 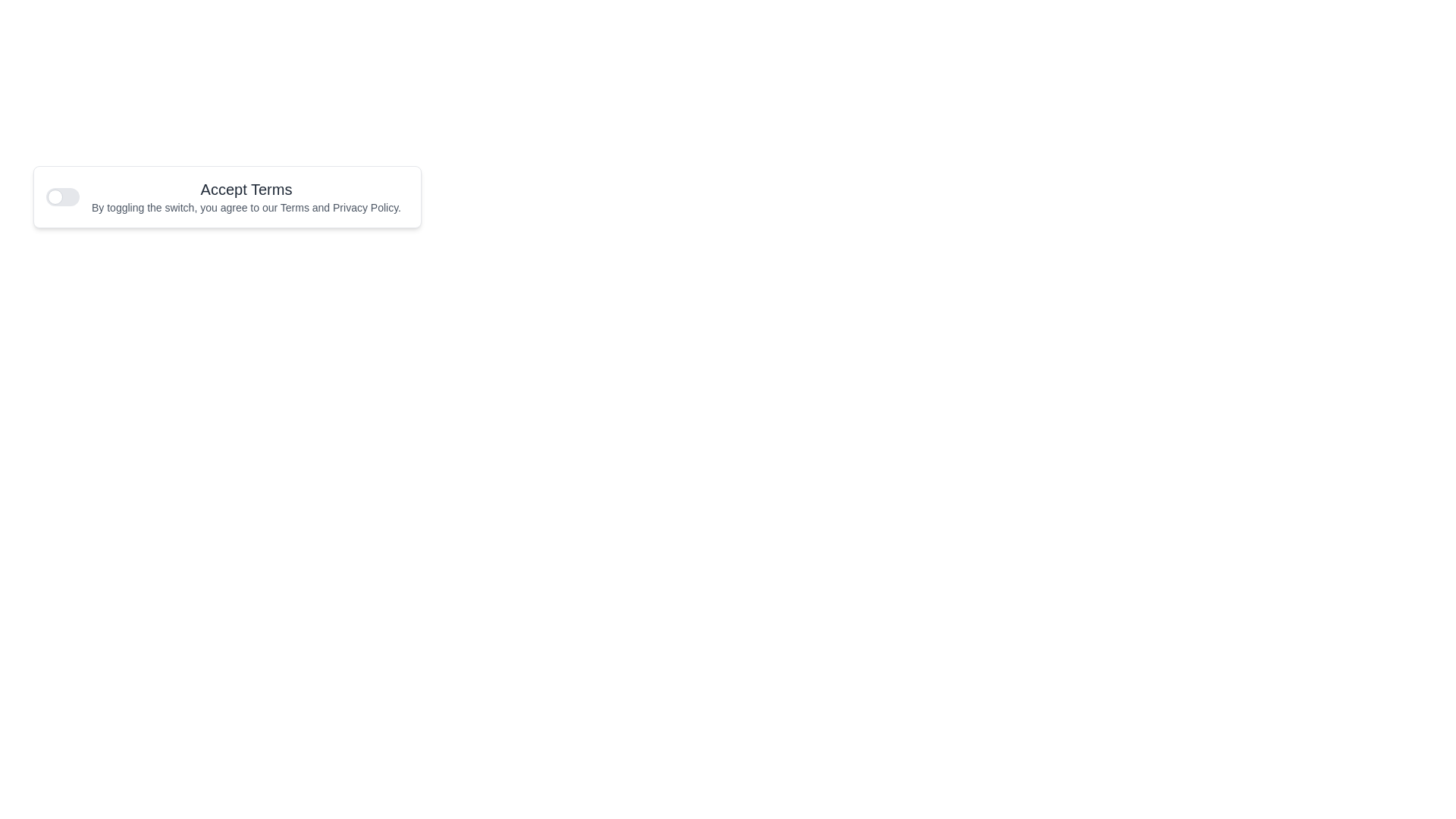 I want to click on the 'Accept Terms' label with explanatory text, so click(x=246, y=196).